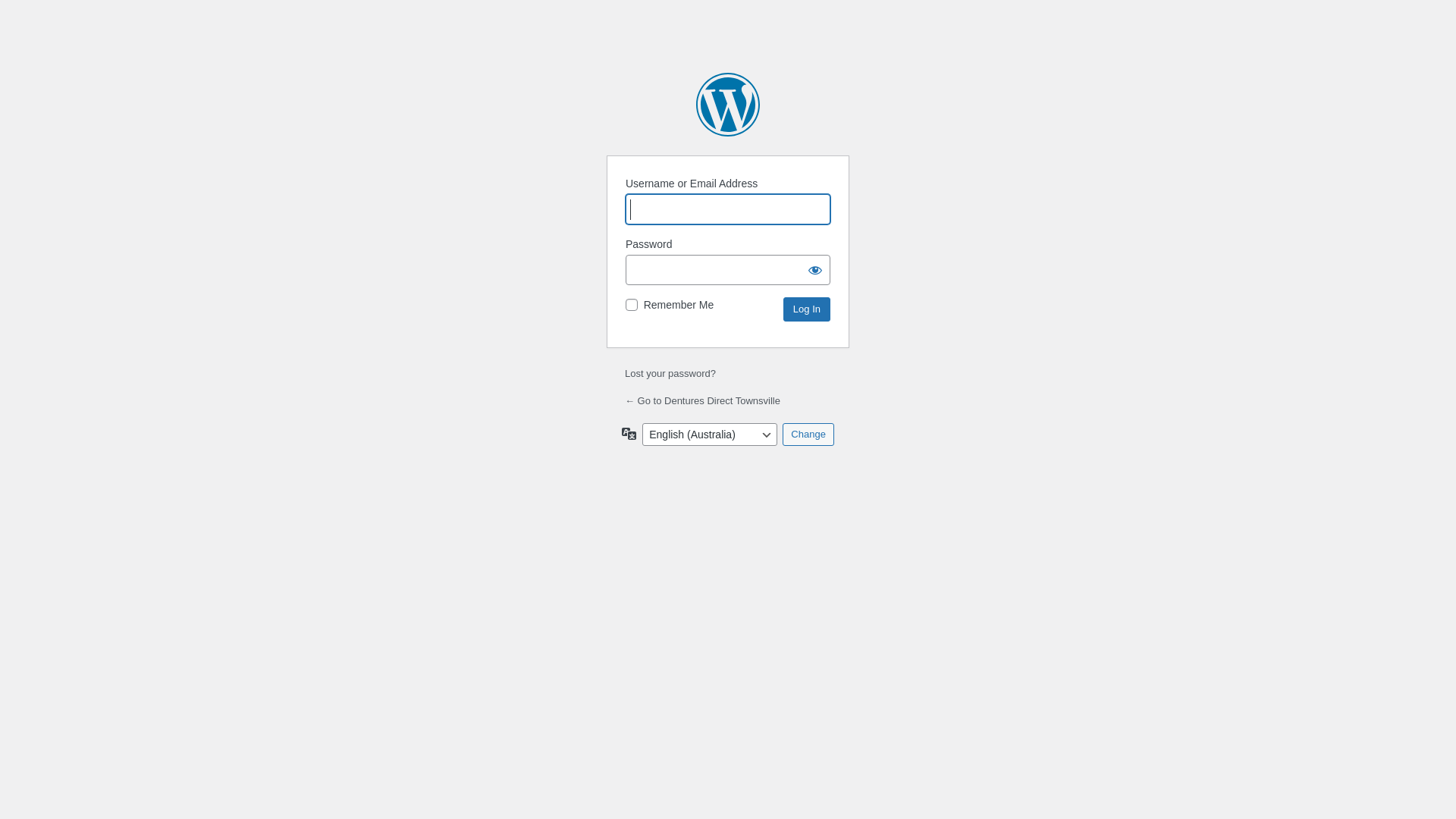 This screenshot has height=819, width=1456. What do you see at coordinates (806, 309) in the screenshot?
I see `'Log In'` at bounding box center [806, 309].